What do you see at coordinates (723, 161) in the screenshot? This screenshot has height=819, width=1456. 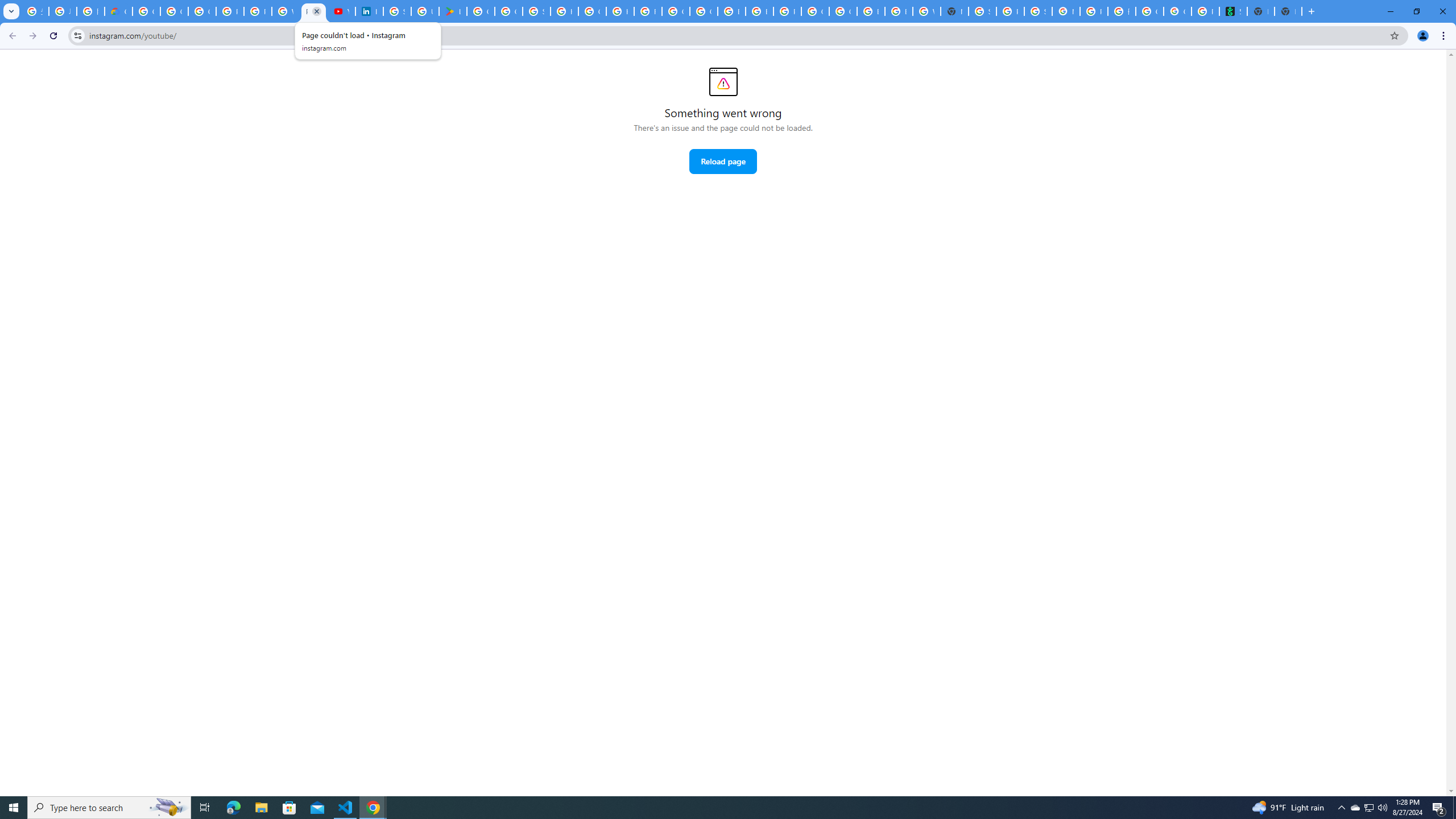 I see `'Reload page'` at bounding box center [723, 161].